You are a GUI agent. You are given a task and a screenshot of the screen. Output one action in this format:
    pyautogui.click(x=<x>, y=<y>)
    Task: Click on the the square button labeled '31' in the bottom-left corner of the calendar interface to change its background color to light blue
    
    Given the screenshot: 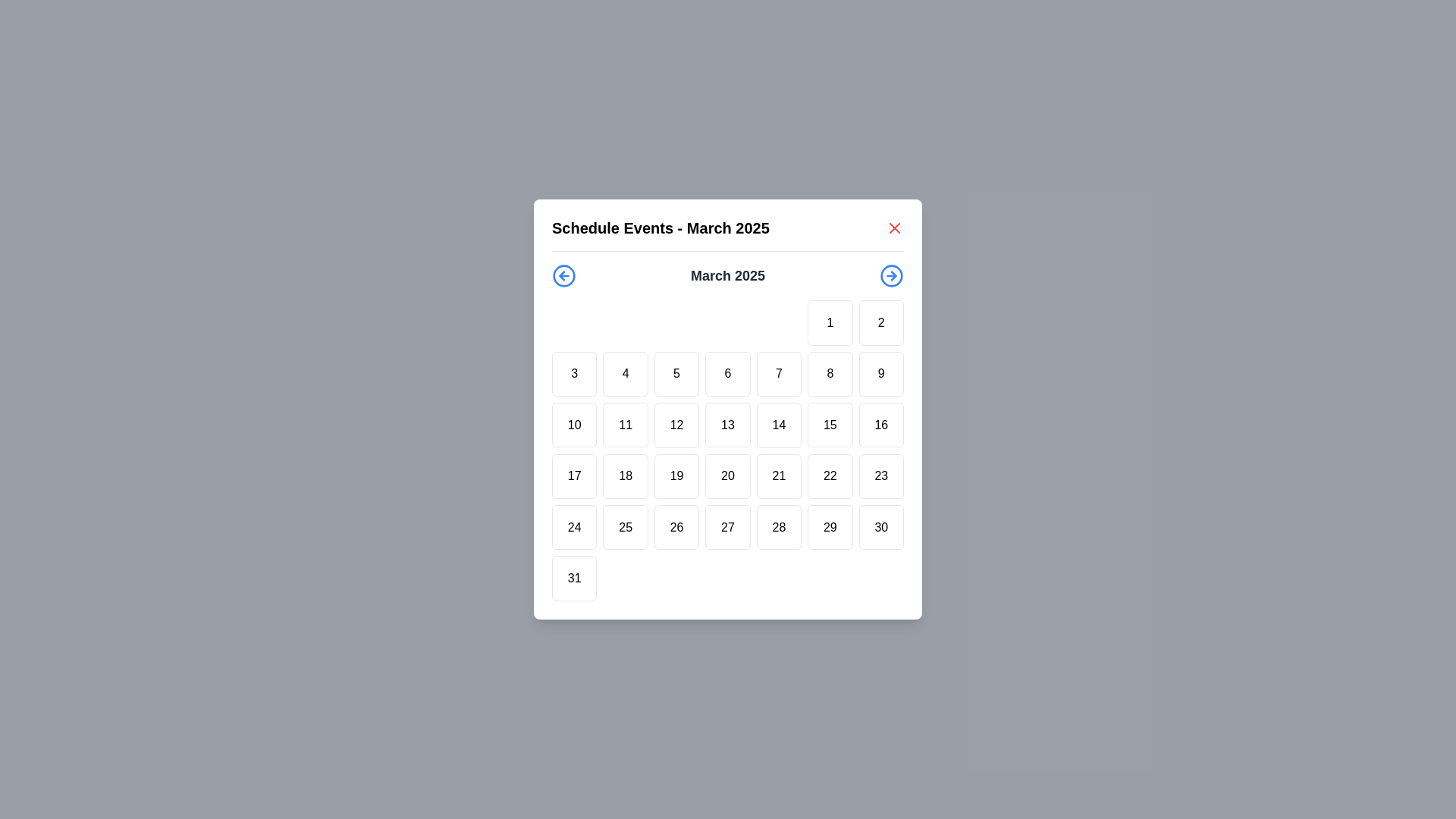 What is the action you would take?
    pyautogui.click(x=573, y=579)
    